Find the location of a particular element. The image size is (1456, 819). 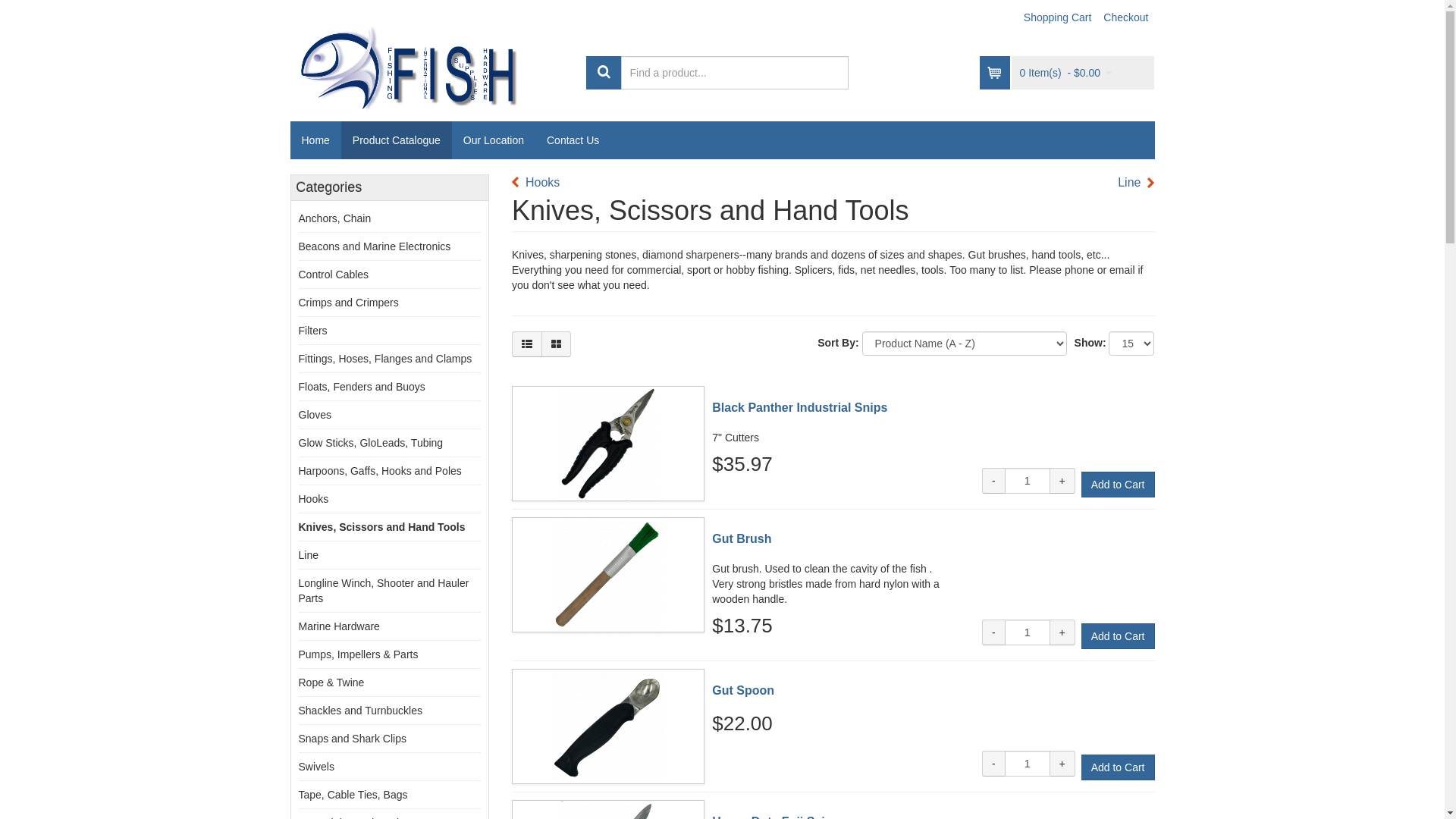

'Add to Cart' is located at coordinates (1118, 767).